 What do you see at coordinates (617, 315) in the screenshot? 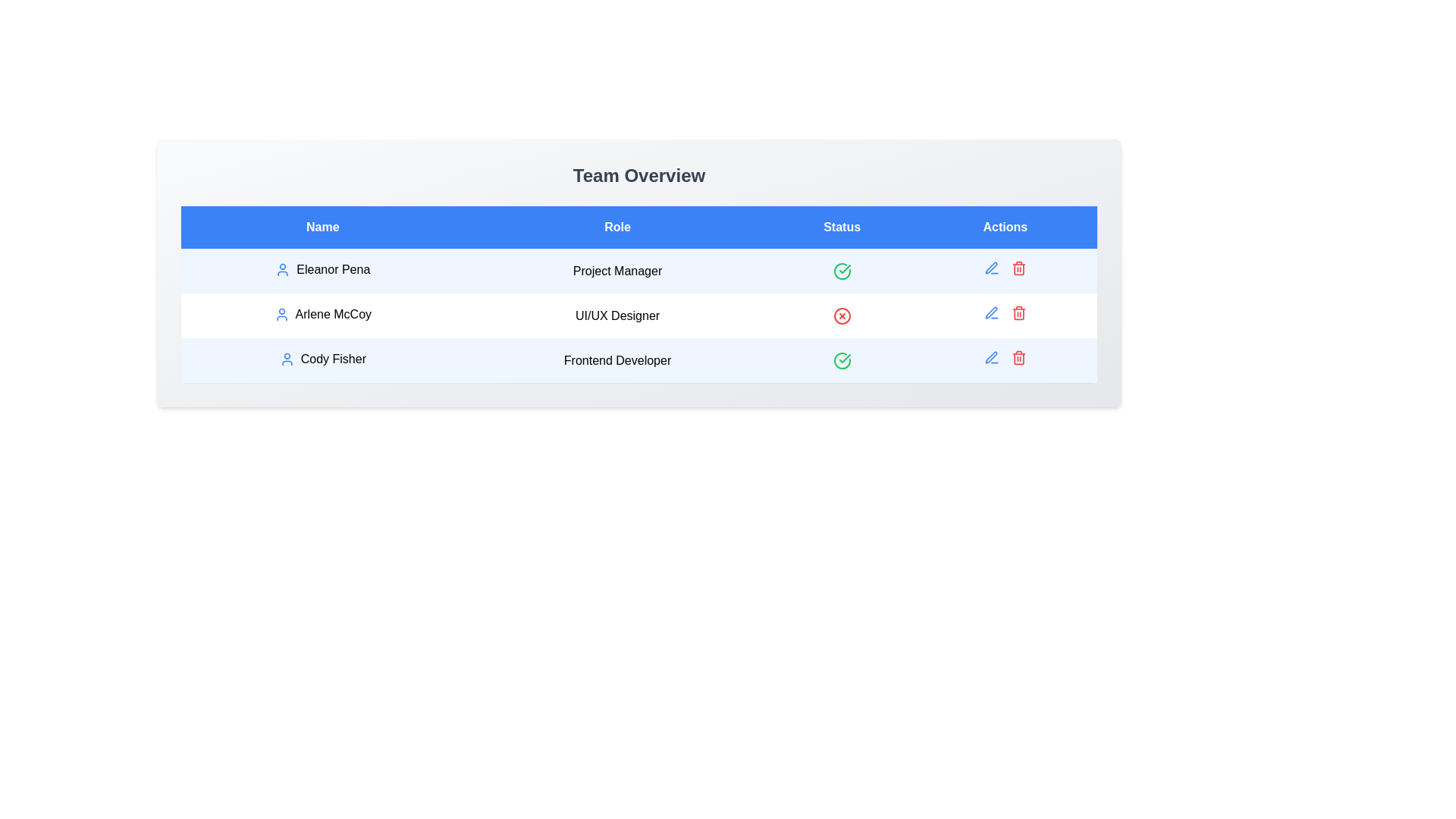
I see `the text label displaying the job title or role of 'Arlene McCoy' located in the second row under the 'Role' column` at bounding box center [617, 315].